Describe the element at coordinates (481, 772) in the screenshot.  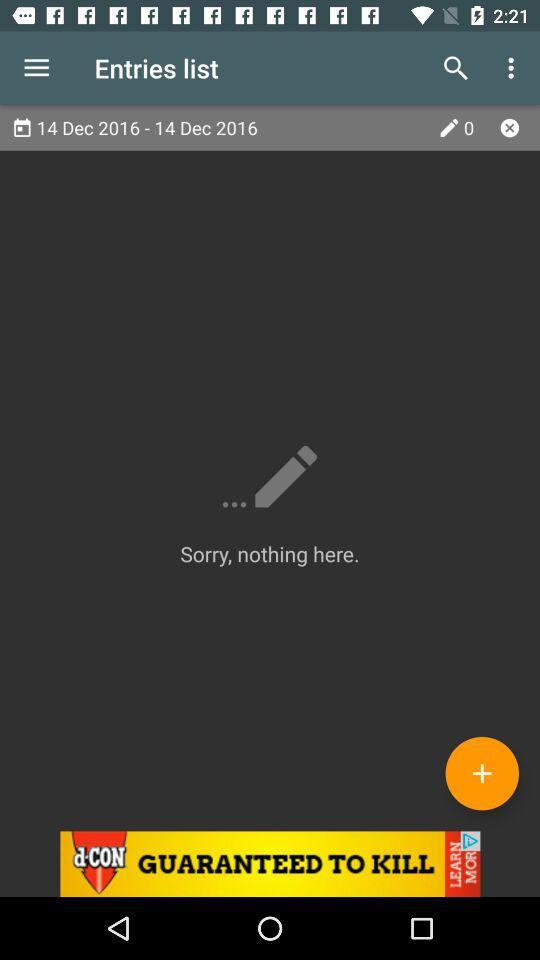
I see `the add icon` at that location.